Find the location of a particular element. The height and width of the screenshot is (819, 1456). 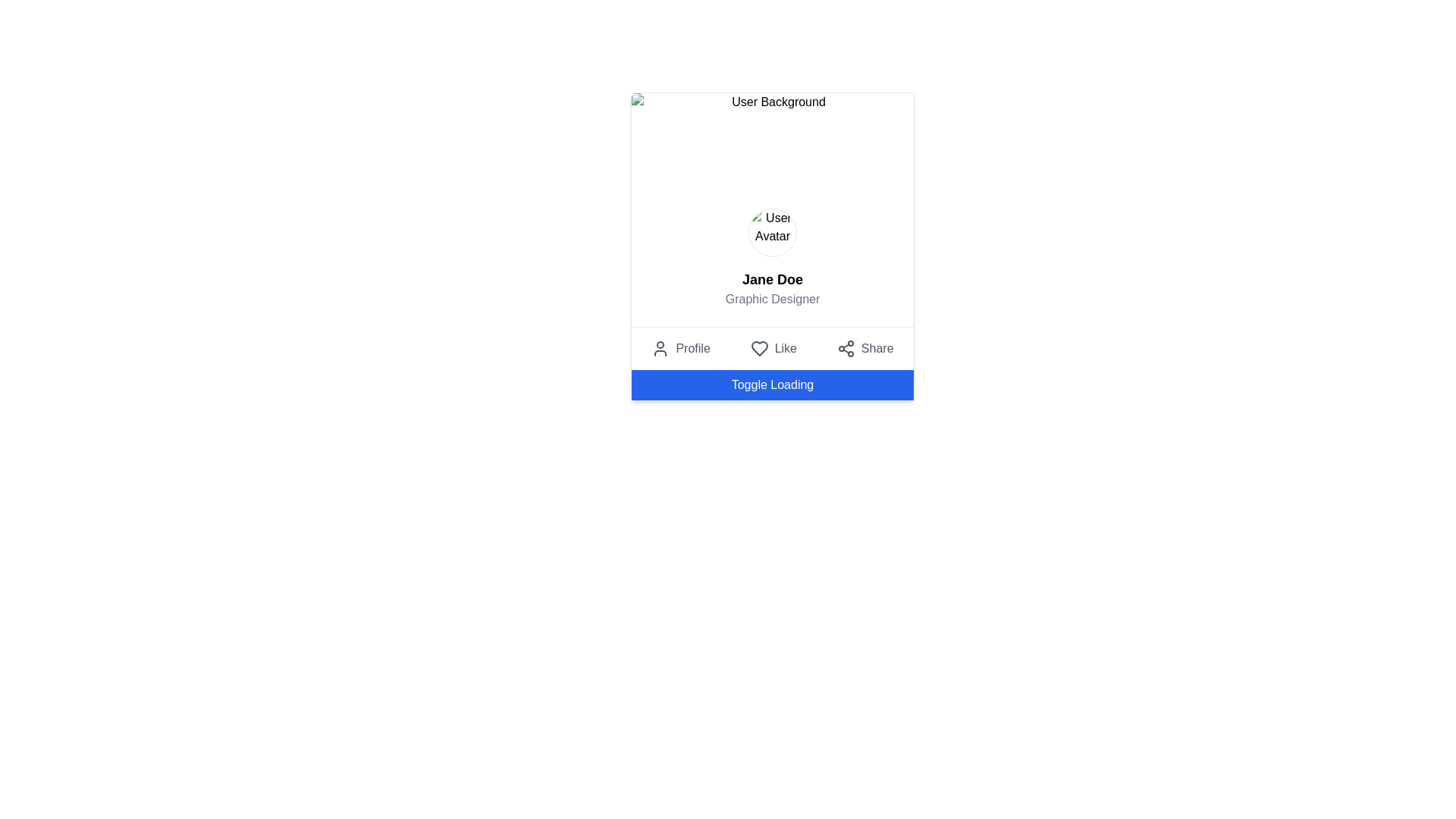

the 'Profile' button, which features a user profile icon and is the leftmost element in a horizontal group of options including 'Profile', 'Like', and 'Share' is located at coordinates (680, 348).